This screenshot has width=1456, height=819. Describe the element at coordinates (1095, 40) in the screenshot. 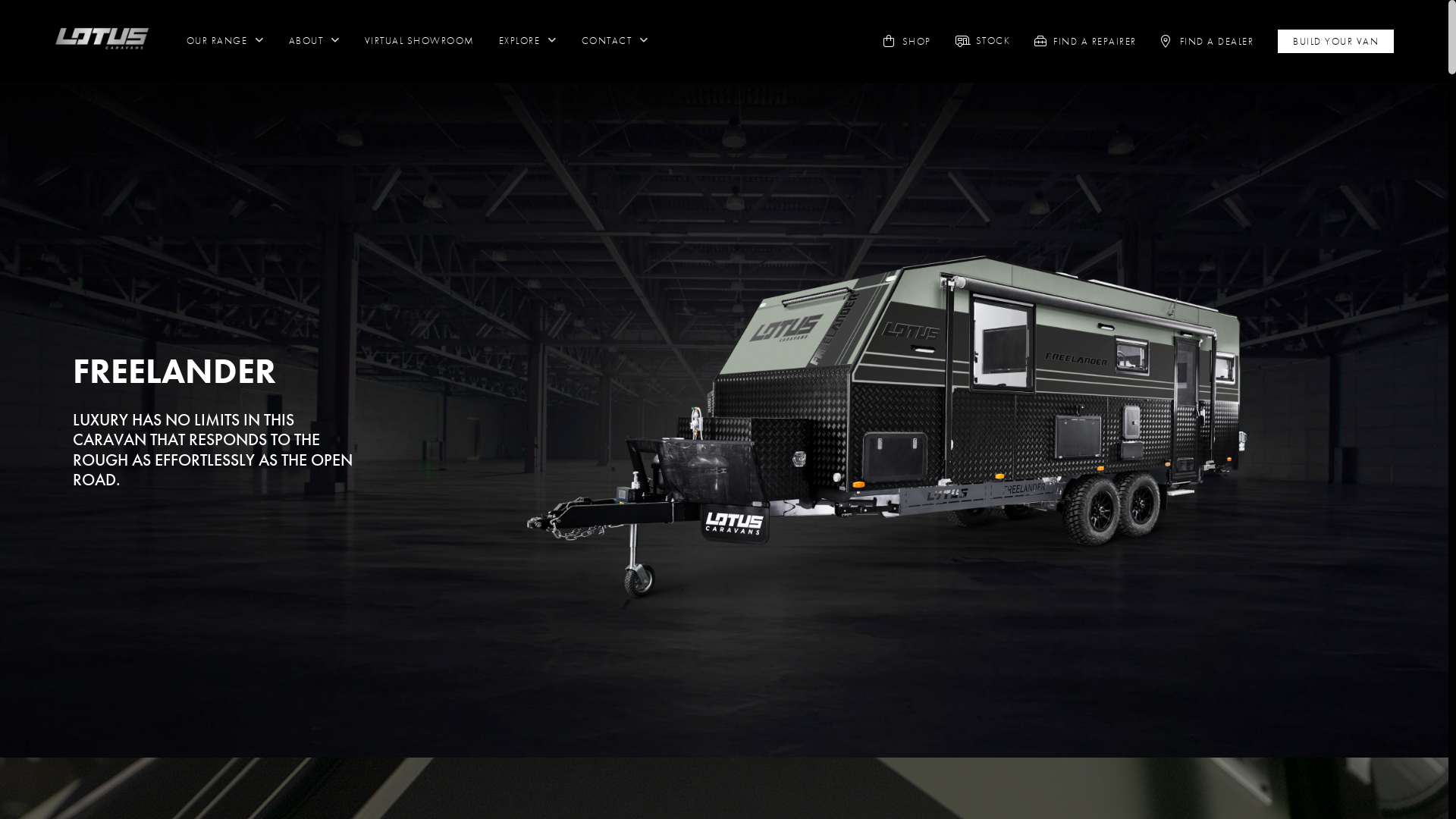

I see `'FIND A REPAIRER'` at that location.